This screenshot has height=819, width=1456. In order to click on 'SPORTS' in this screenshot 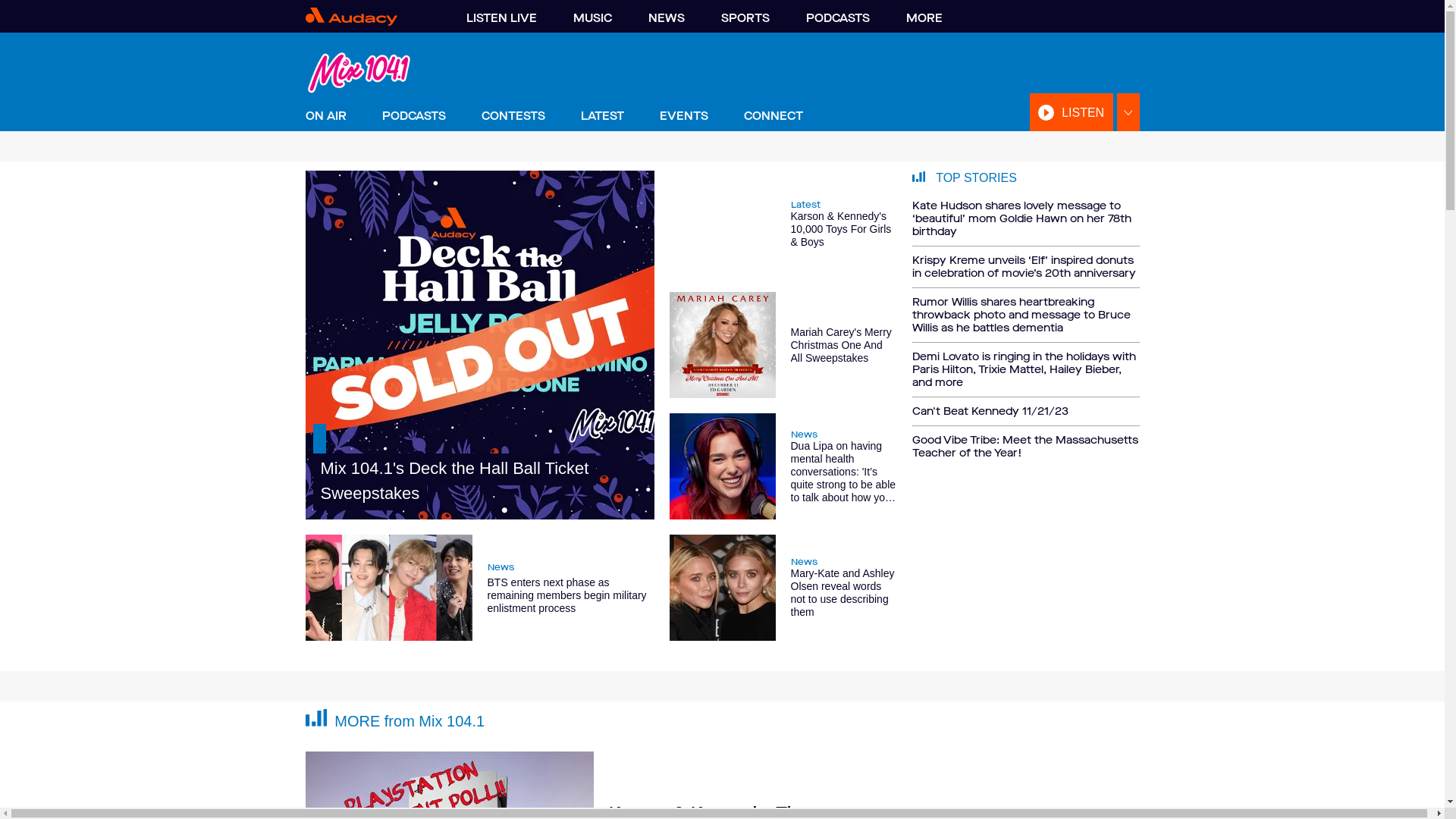, I will do `click(745, 17)`.